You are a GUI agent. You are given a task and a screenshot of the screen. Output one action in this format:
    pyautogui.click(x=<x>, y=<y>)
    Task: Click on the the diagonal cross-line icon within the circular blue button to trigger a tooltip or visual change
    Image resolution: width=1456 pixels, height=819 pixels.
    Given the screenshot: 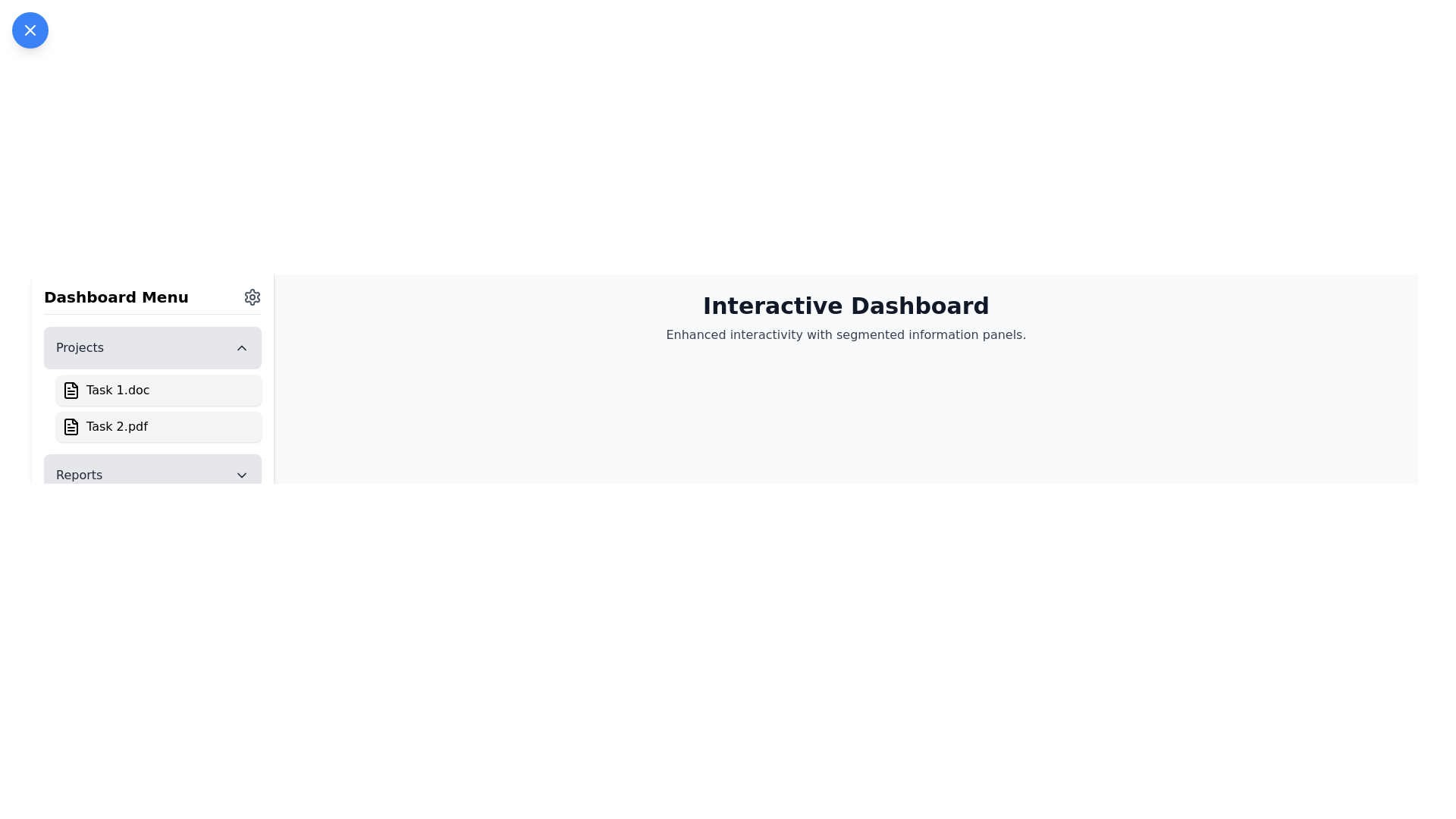 What is the action you would take?
    pyautogui.click(x=30, y=30)
    